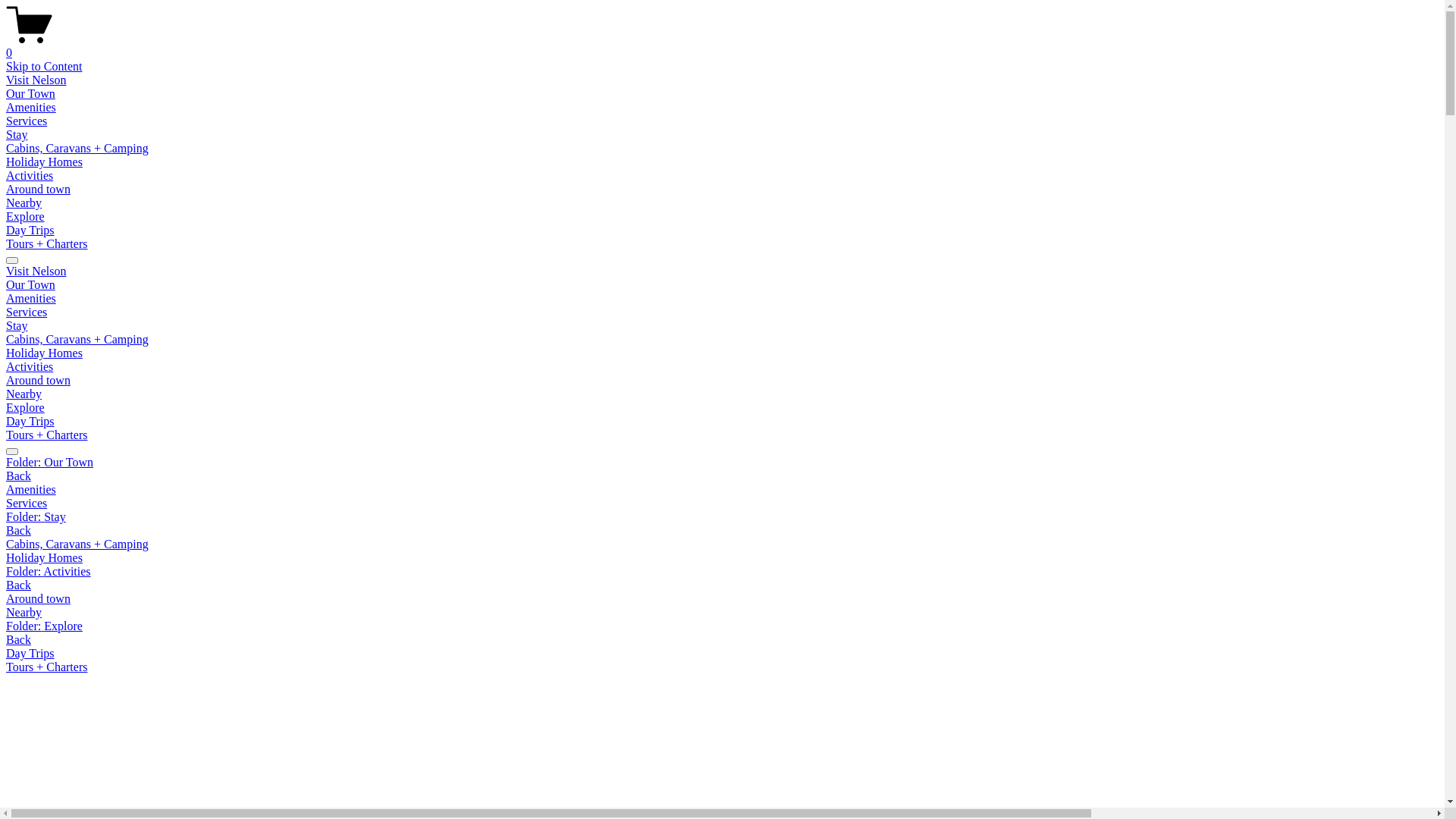  Describe the element at coordinates (6, 571) in the screenshot. I see `'Folder: Activities'` at that location.